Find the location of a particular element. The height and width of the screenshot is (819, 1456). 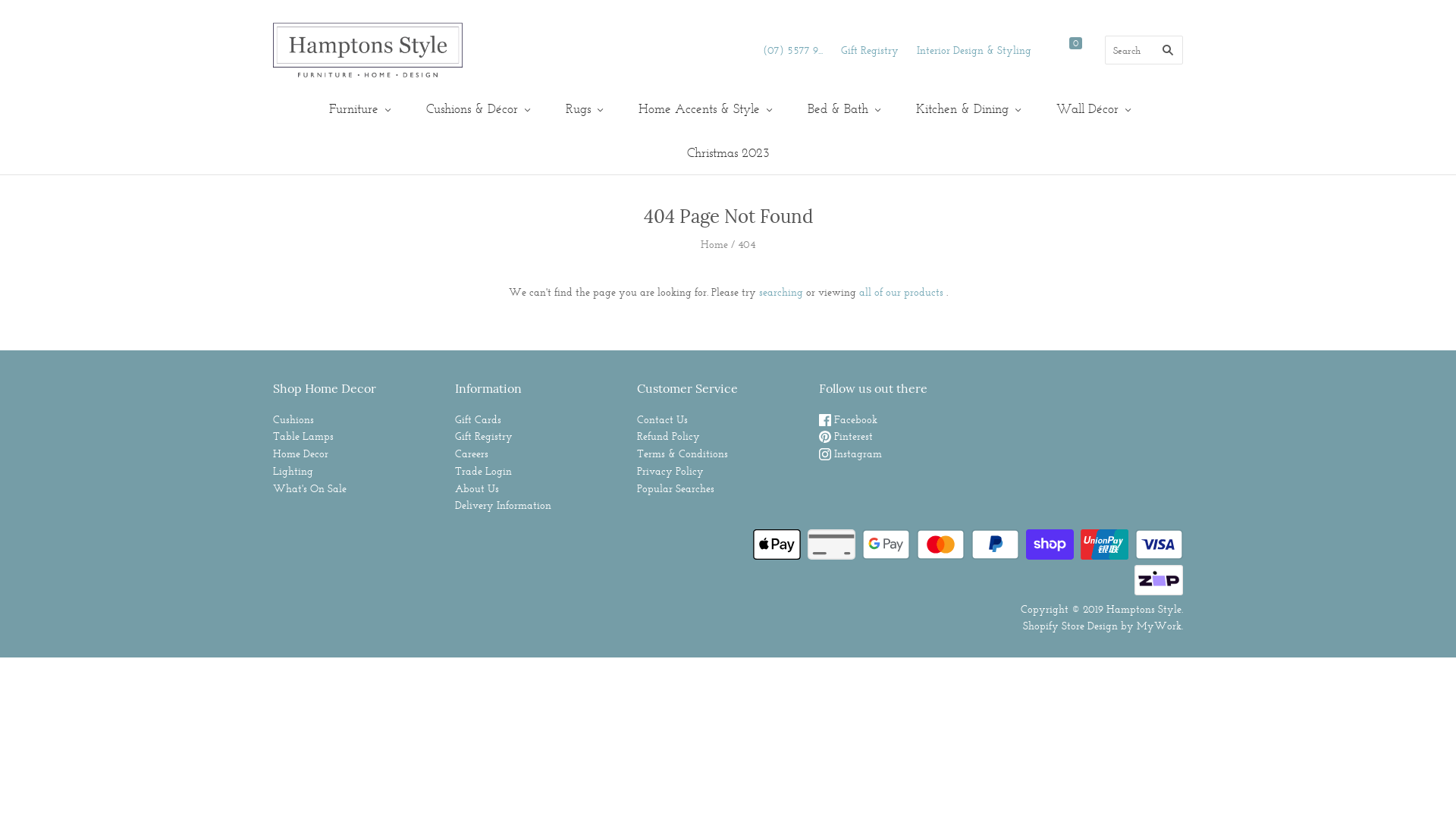

'What's On Sale' is located at coordinates (309, 488).